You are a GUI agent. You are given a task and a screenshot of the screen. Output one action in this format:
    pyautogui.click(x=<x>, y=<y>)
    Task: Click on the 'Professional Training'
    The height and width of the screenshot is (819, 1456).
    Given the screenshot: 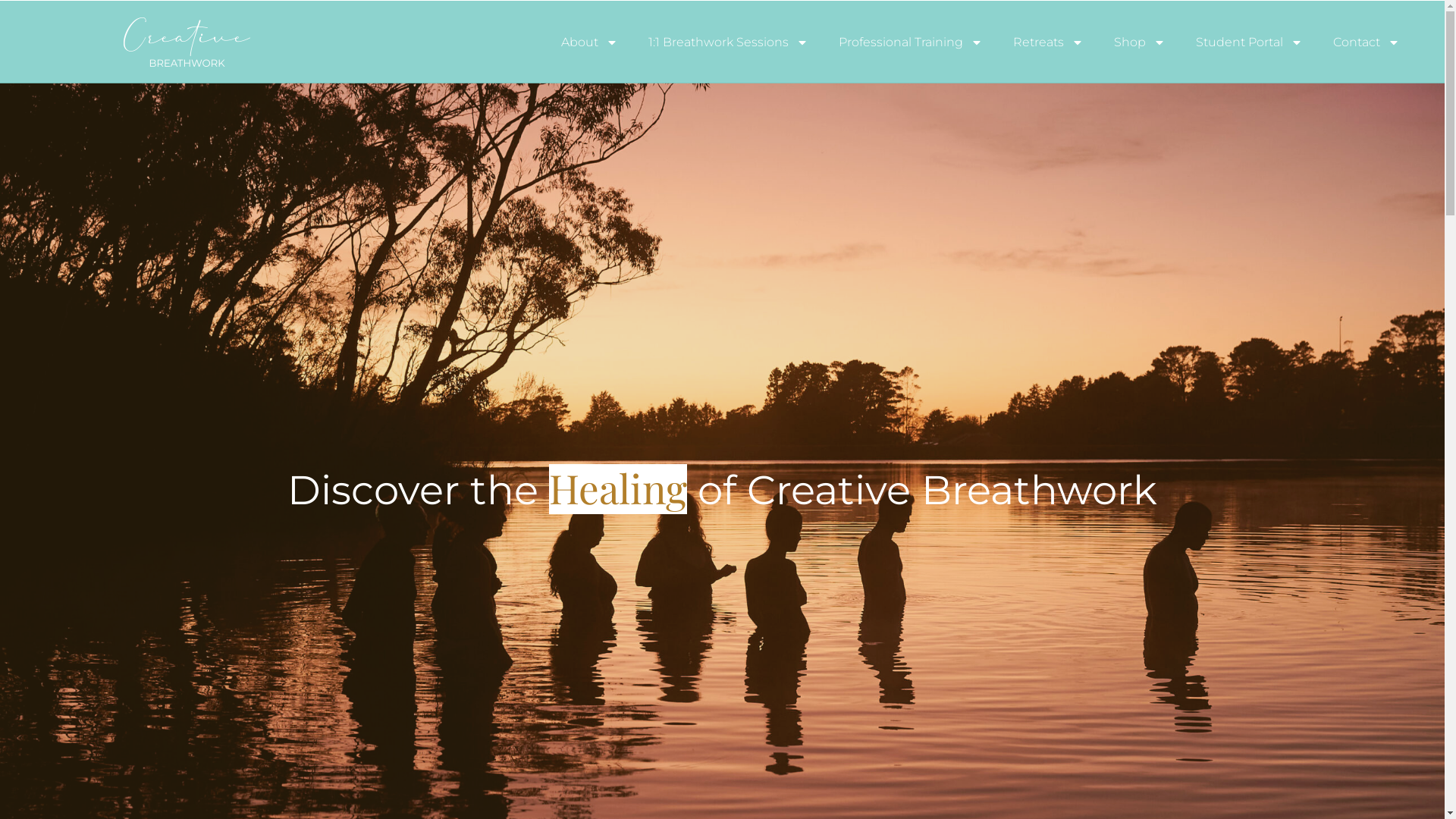 What is the action you would take?
    pyautogui.click(x=910, y=40)
    